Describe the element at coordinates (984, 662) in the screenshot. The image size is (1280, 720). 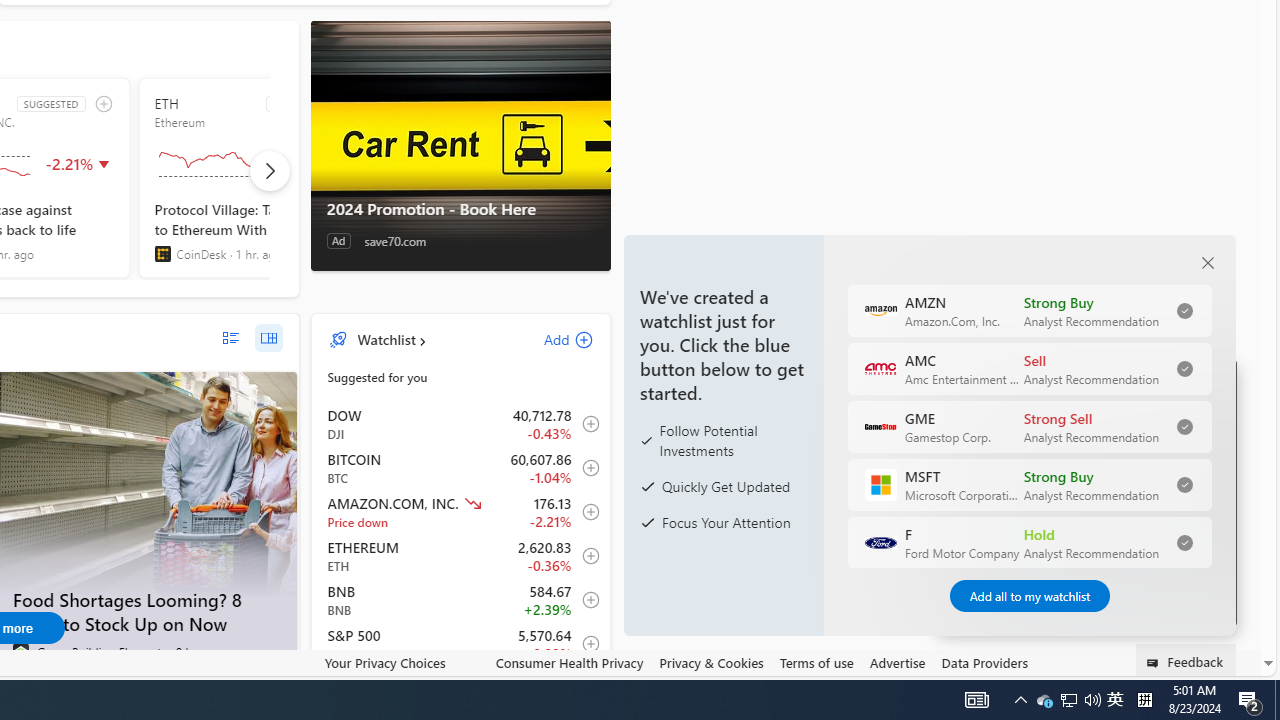
I see `'Data Providers'` at that location.